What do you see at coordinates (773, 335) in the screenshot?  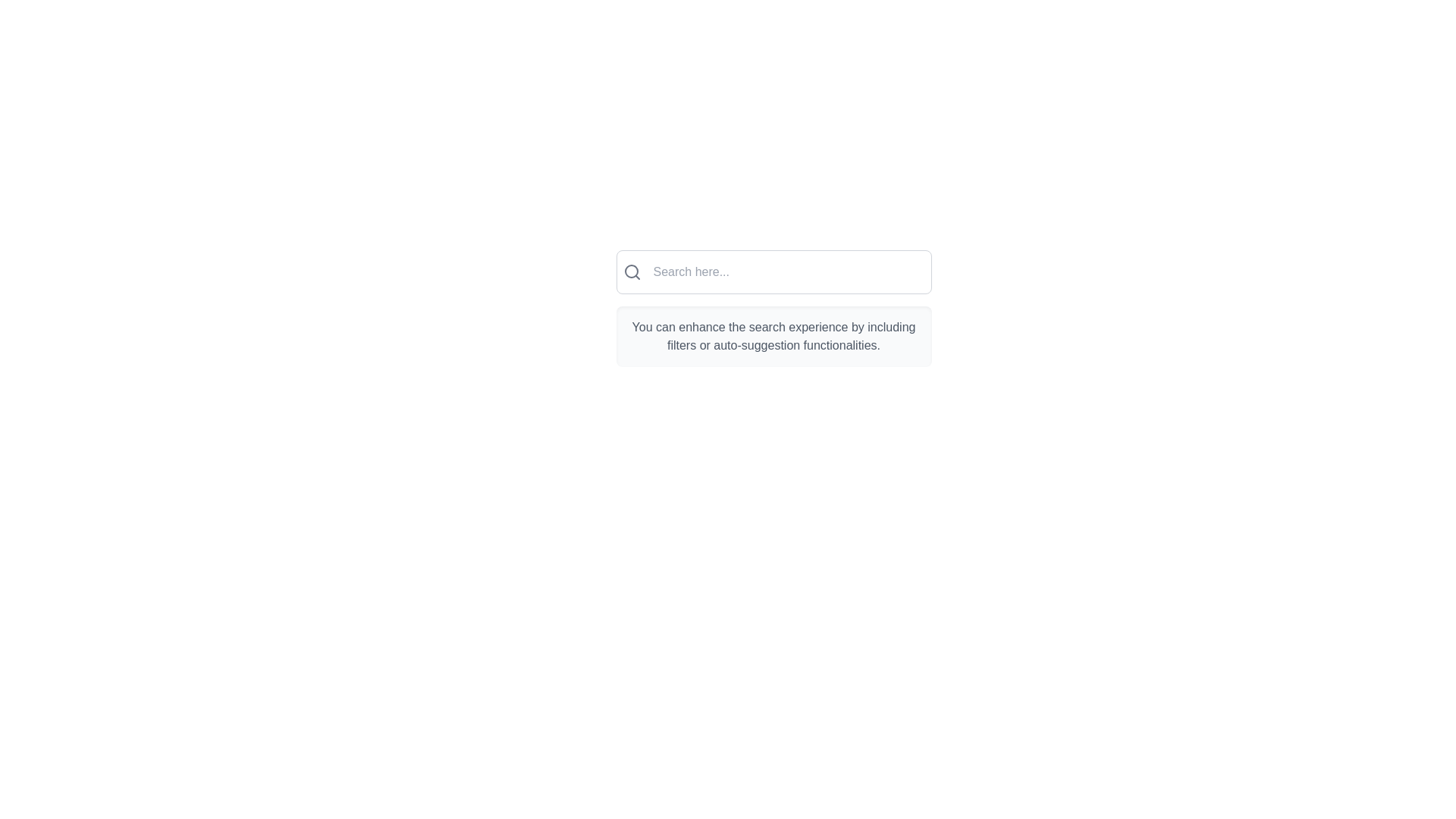 I see `the static text displaying 'You can enhance the search experience by including filters or auto-suggestion functionalities.' which is styled with gray text on a light background and positioned below the search bar` at bounding box center [773, 335].